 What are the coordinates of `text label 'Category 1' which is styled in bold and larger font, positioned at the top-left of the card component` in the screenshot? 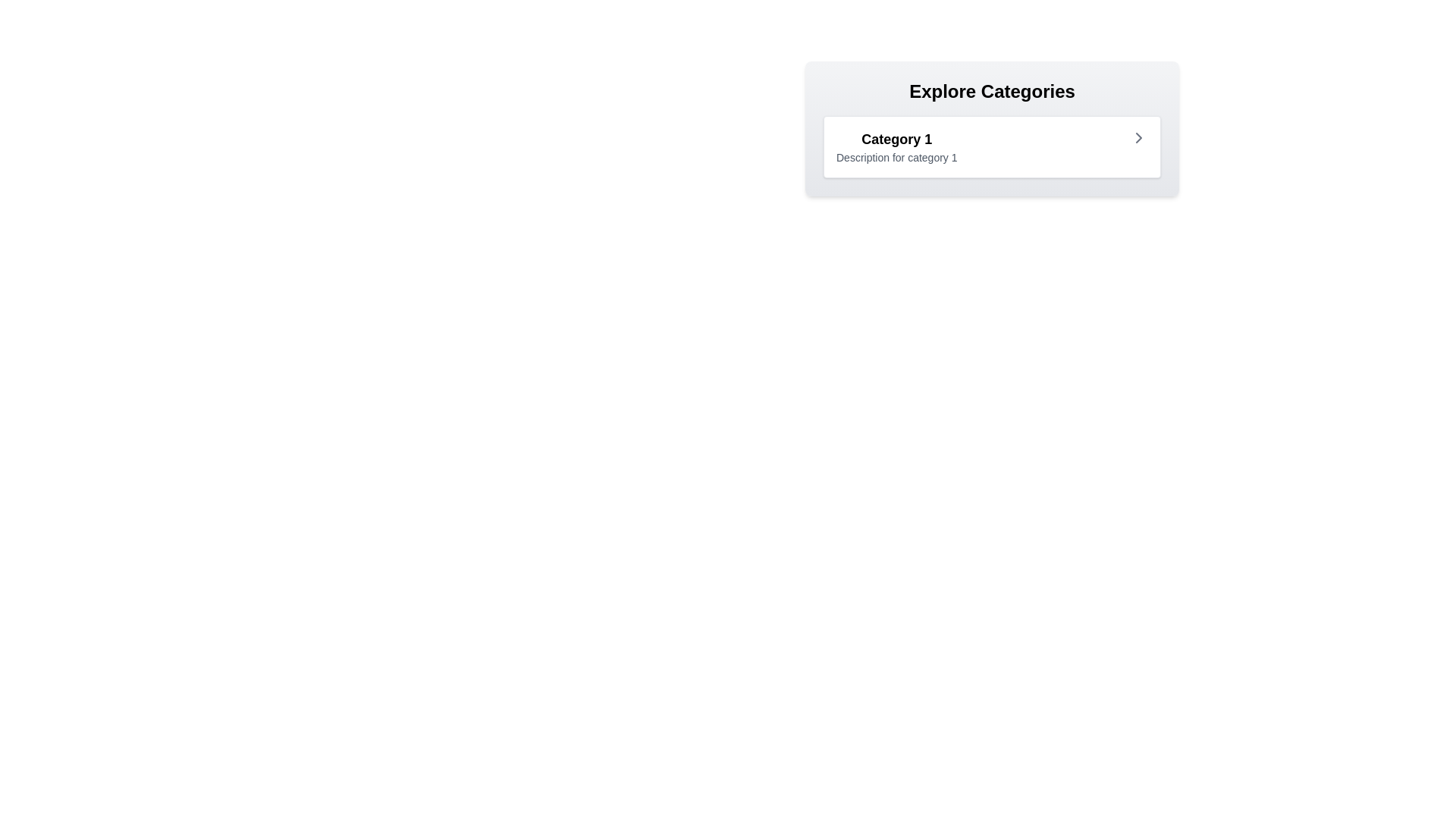 It's located at (896, 140).